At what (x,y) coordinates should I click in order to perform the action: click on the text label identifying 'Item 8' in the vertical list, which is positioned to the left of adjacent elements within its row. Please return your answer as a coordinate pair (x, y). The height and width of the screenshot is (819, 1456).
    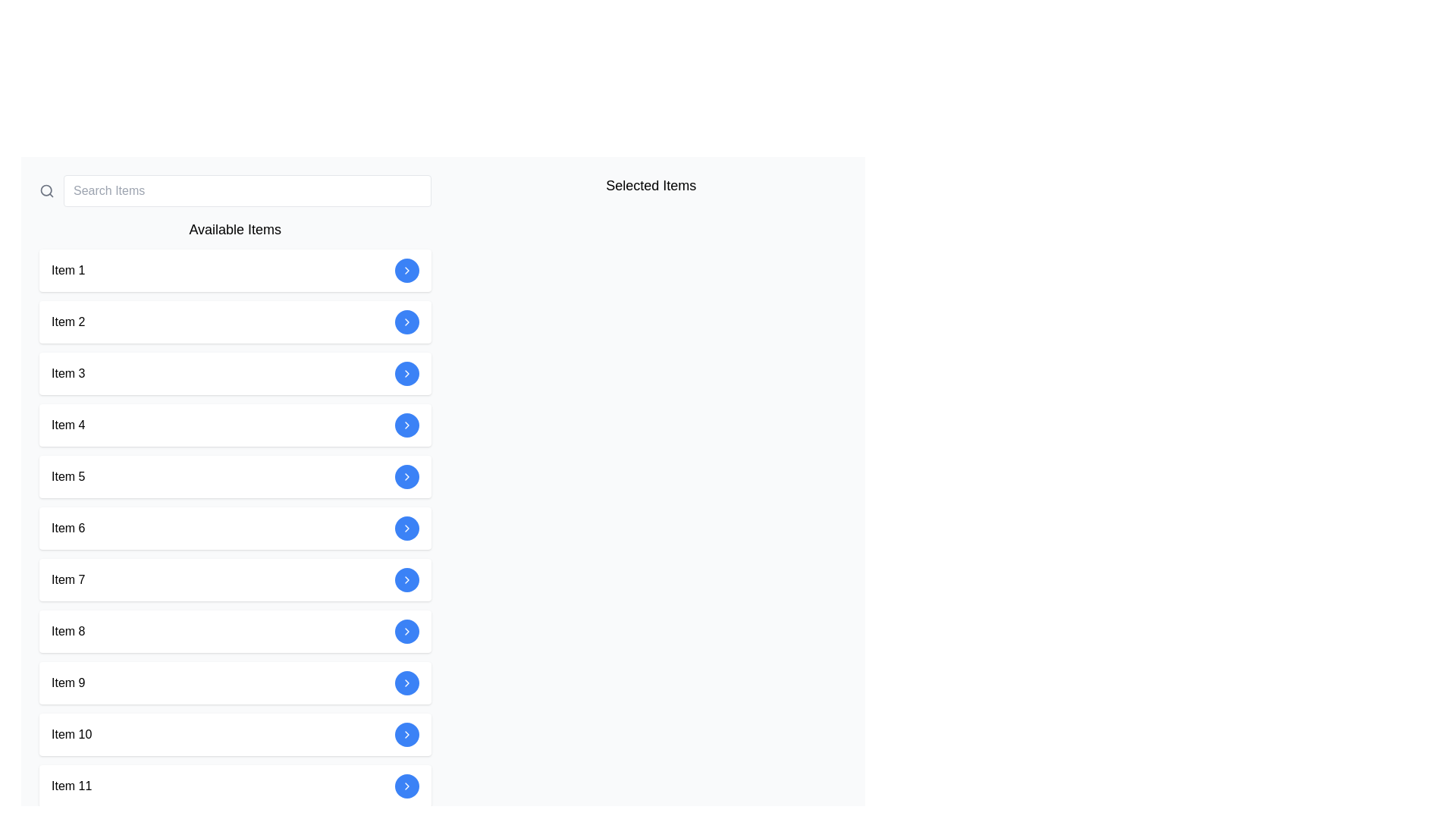
    Looking at the image, I should click on (67, 632).